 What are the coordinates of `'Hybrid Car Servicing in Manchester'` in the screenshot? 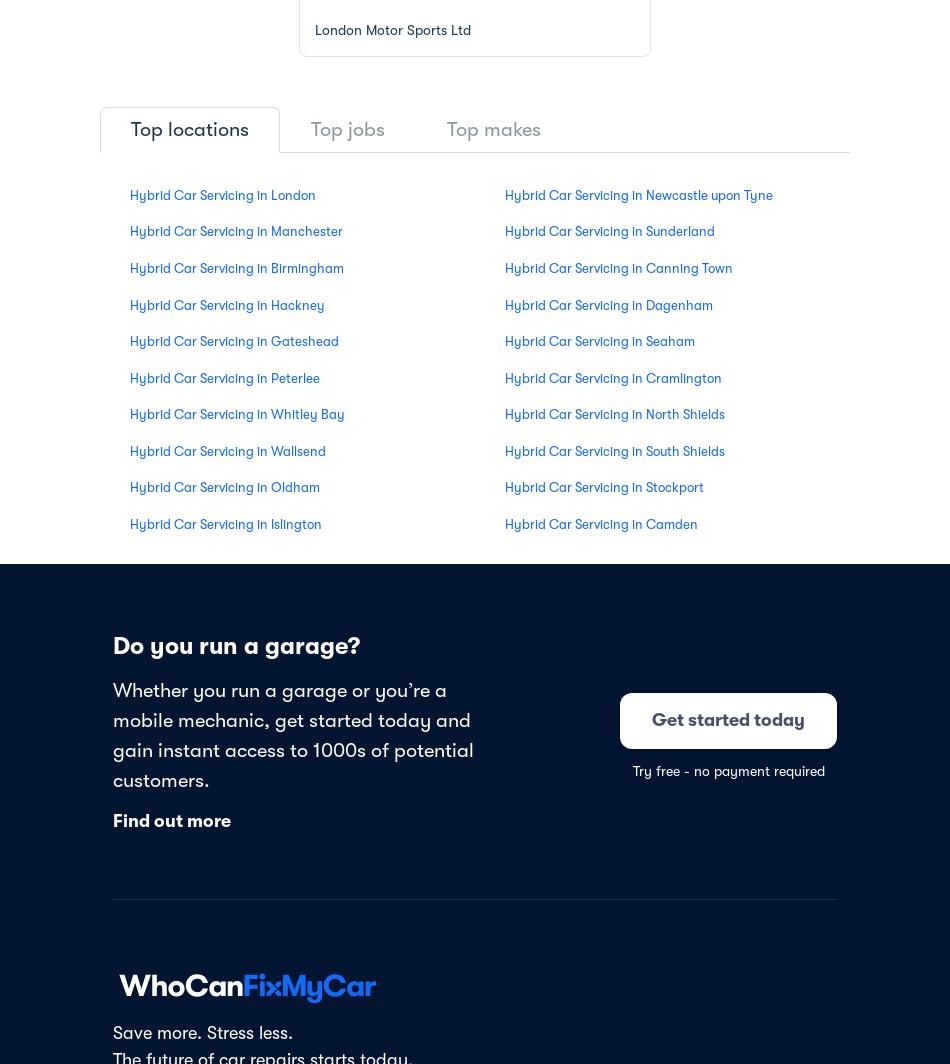 It's located at (129, 231).